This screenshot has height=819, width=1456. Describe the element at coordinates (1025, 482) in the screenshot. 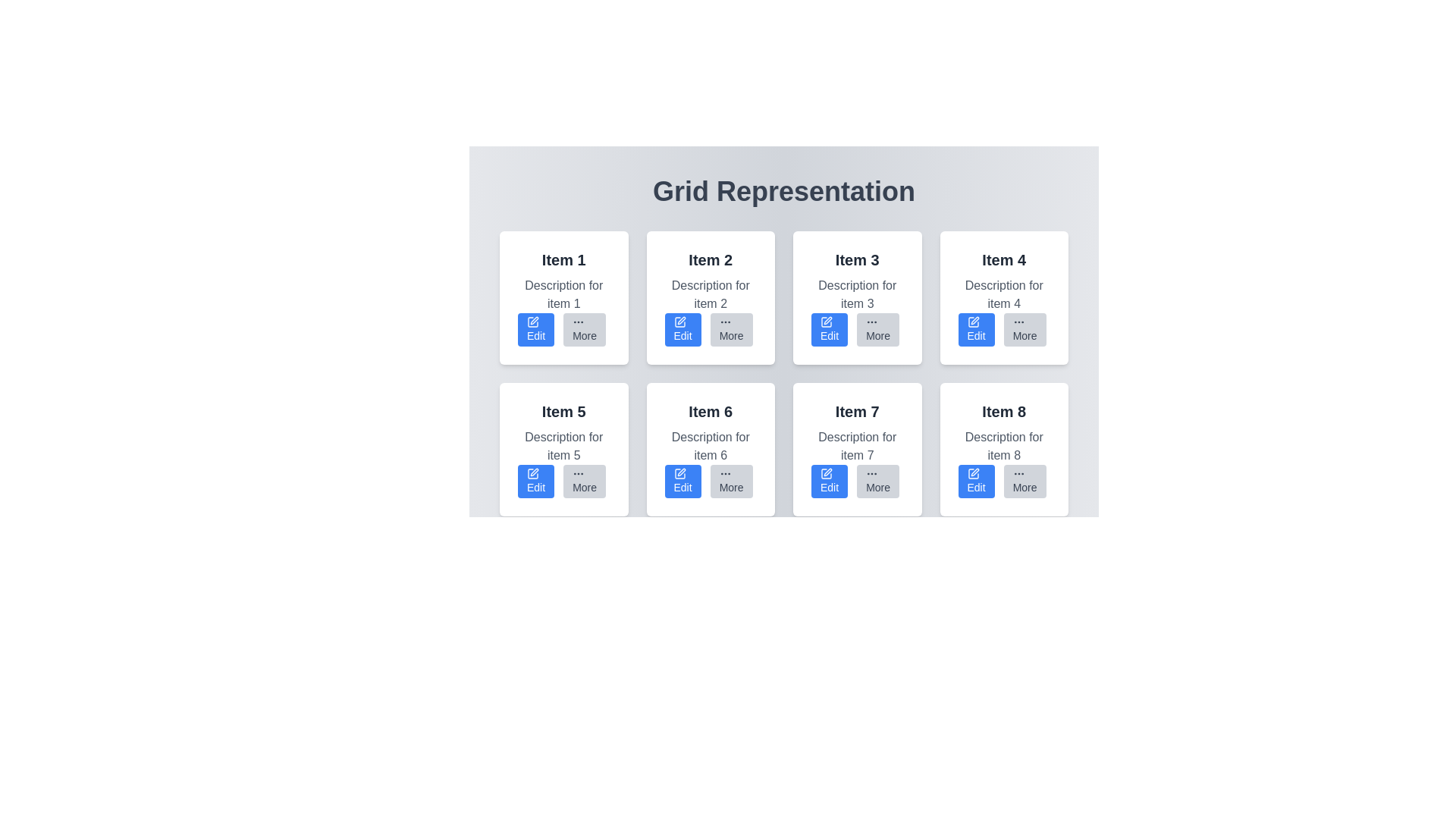

I see `the button located at the bottom-right corner of the 'Item 8' card to interact with it` at that location.